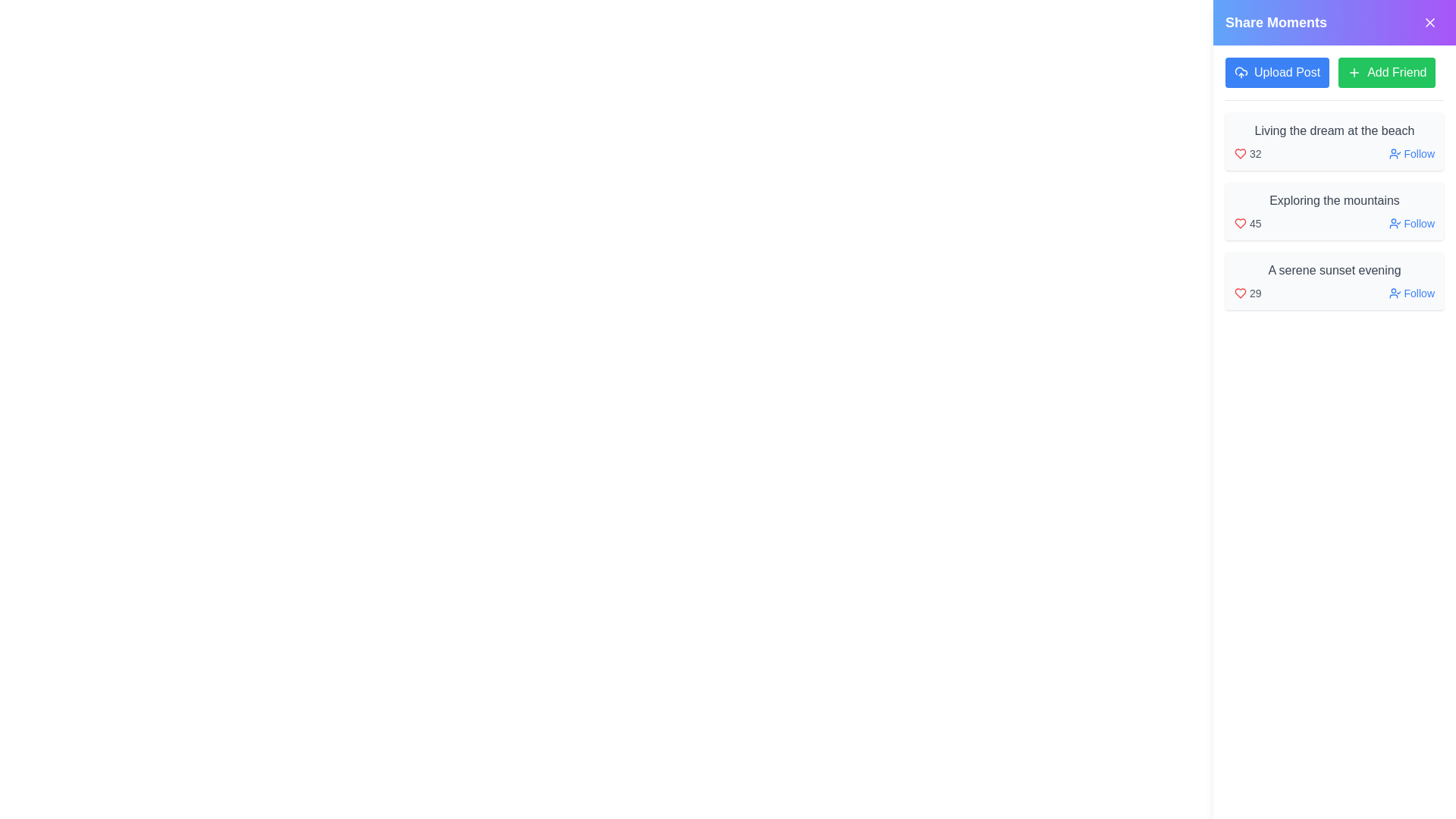  Describe the element at coordinates (1395, 154) in the screenshot. I see `the user profile icon with a checkmark in blue color, which is part of the 'Follow' button located in the first social media interaction card on the right-hand panel` at that location.